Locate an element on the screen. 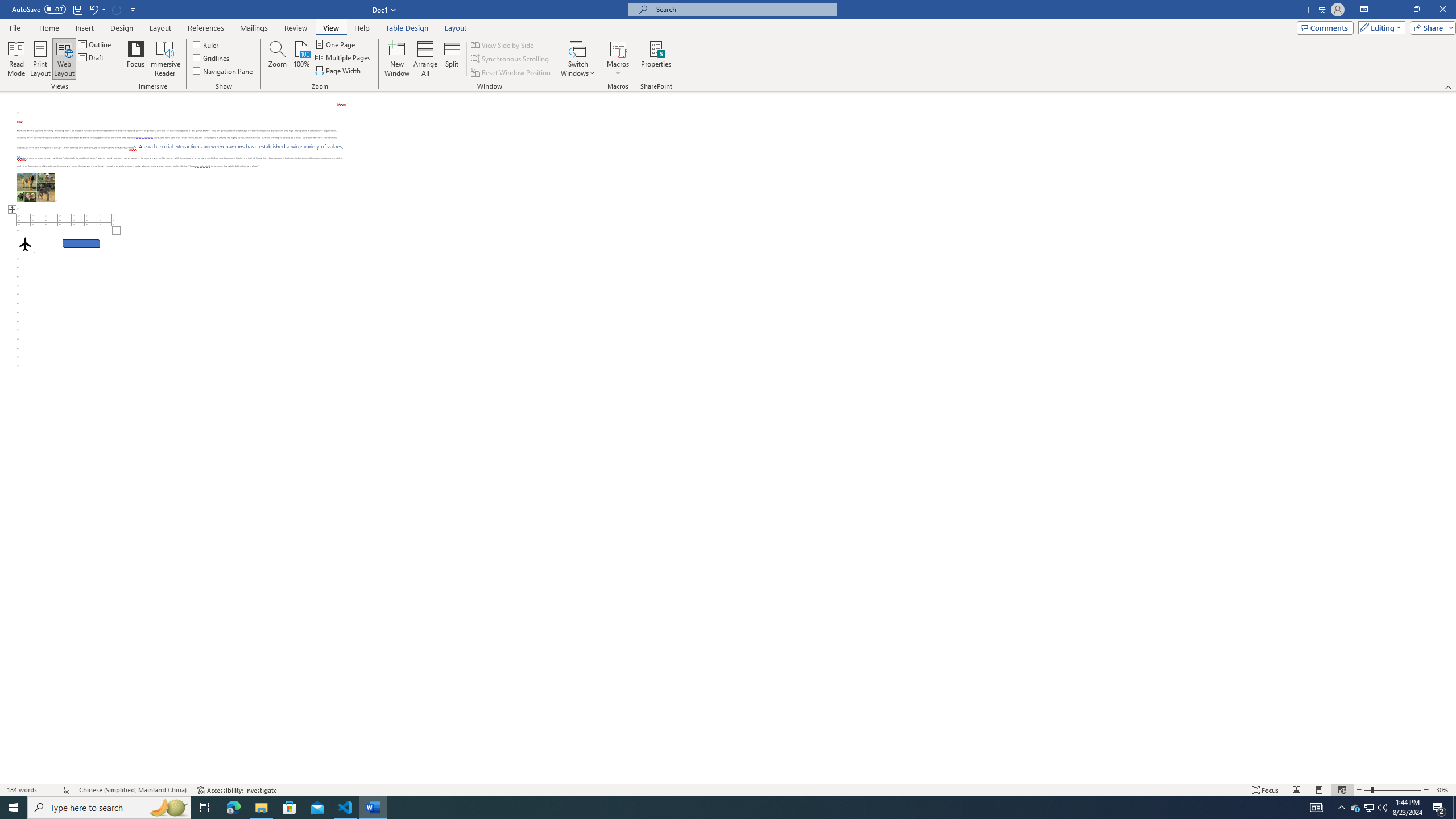 The image size is (1456, 819). 'One Page' is located at coordinates (336, 44).